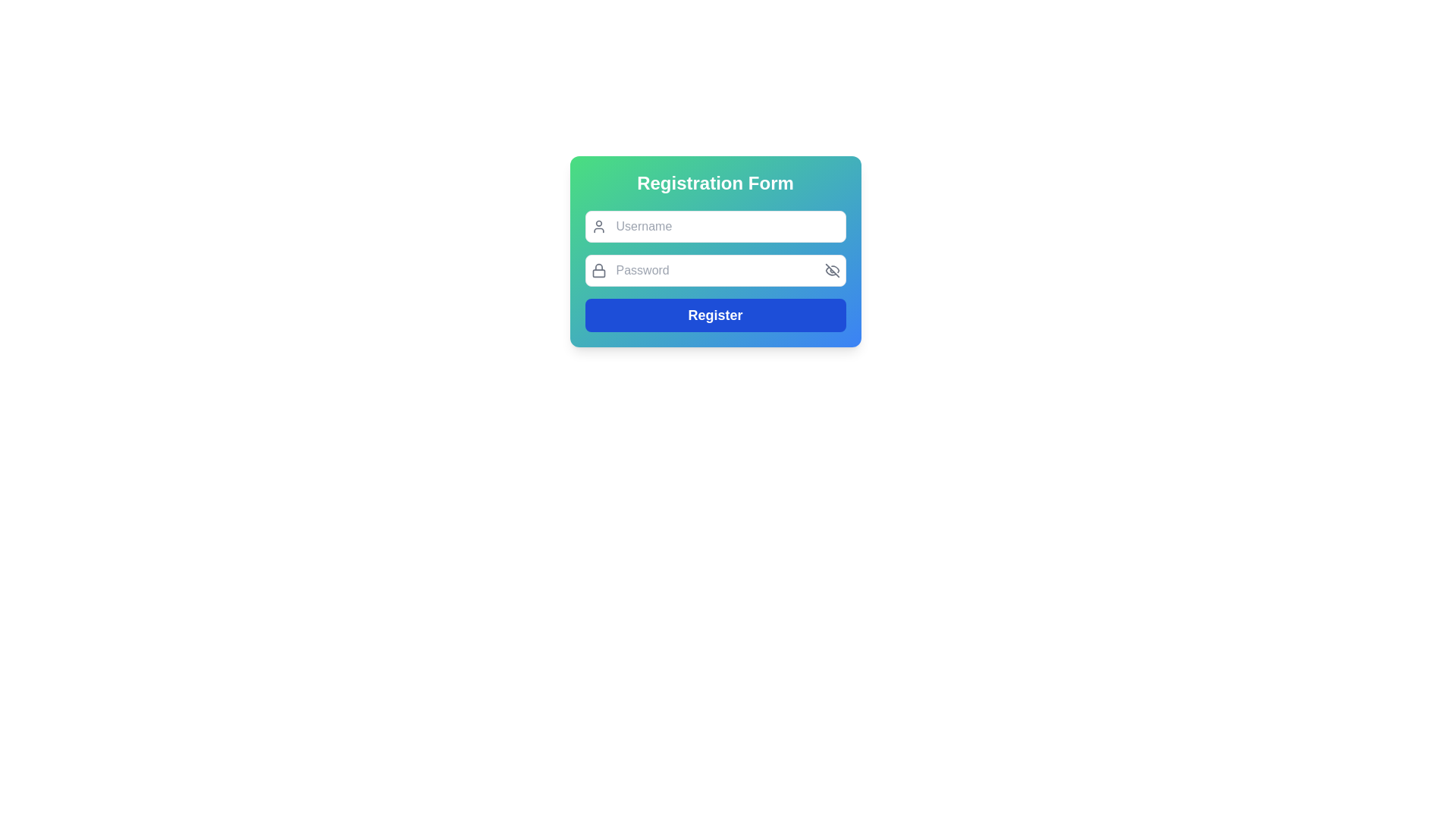  I want to click on the Password input field in the Registration Form, which is styled with a blue background and includes a visibility toggle button, so click(714, 271).